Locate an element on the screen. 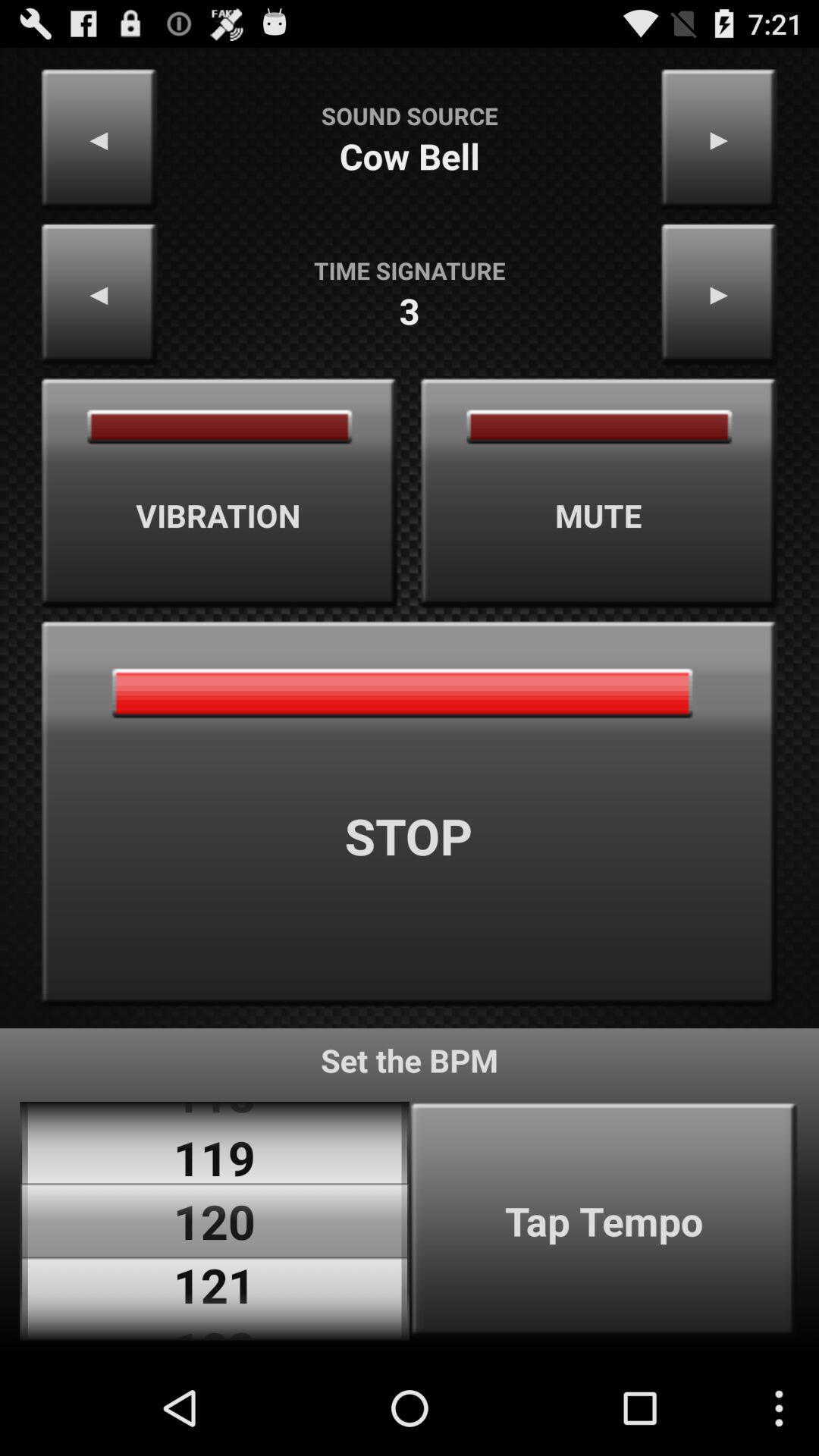 The width and height of the screenshot is (819, 1456). icon to the right of the vibration icon is located at coordinates (598, 493).